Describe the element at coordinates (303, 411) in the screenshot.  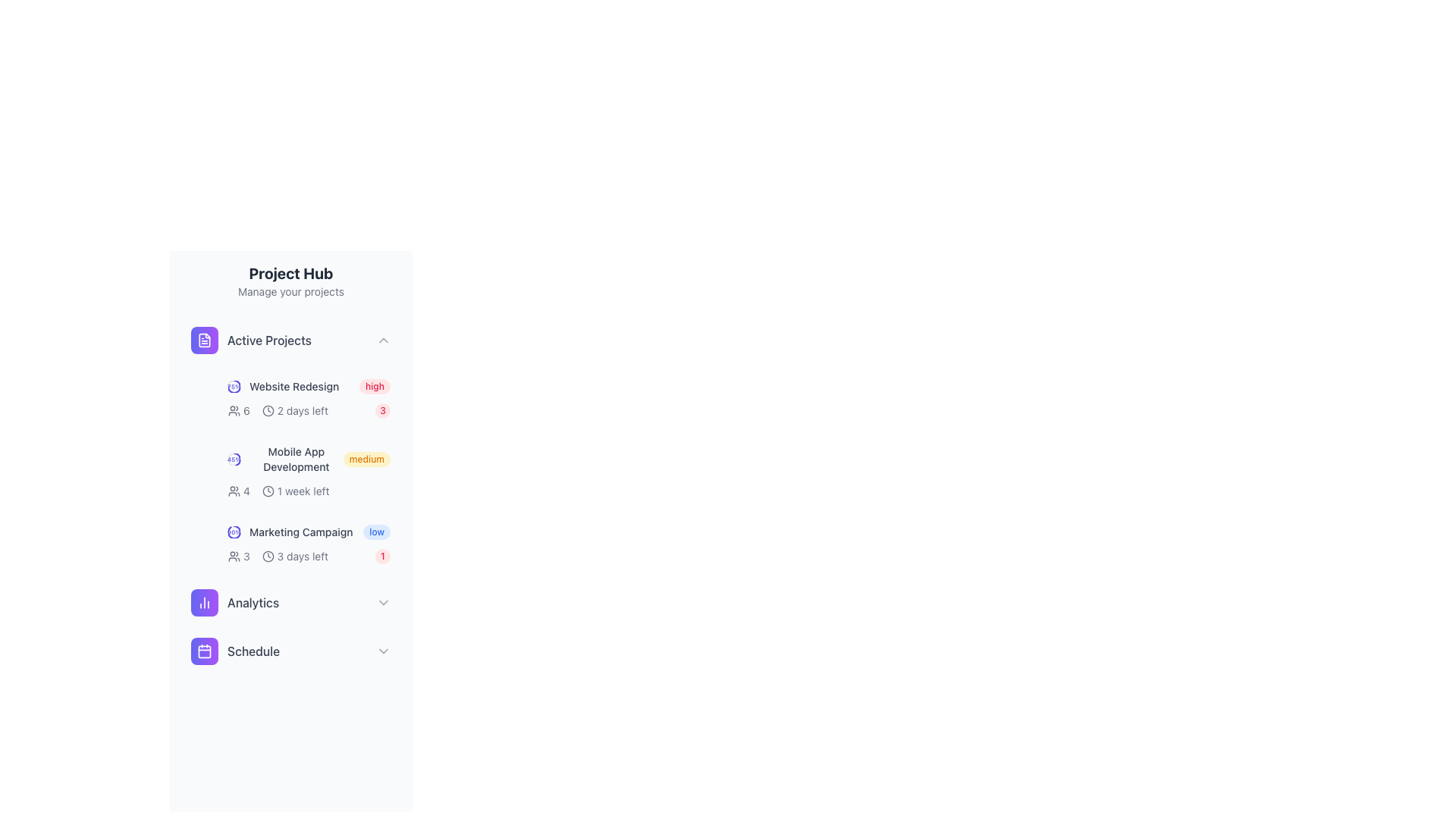
I see `information displayed in the text label showing '2 days left', which is located in the 'Active Projects' section under the 'Website Redesign' project, next to a clock icon` at that location.